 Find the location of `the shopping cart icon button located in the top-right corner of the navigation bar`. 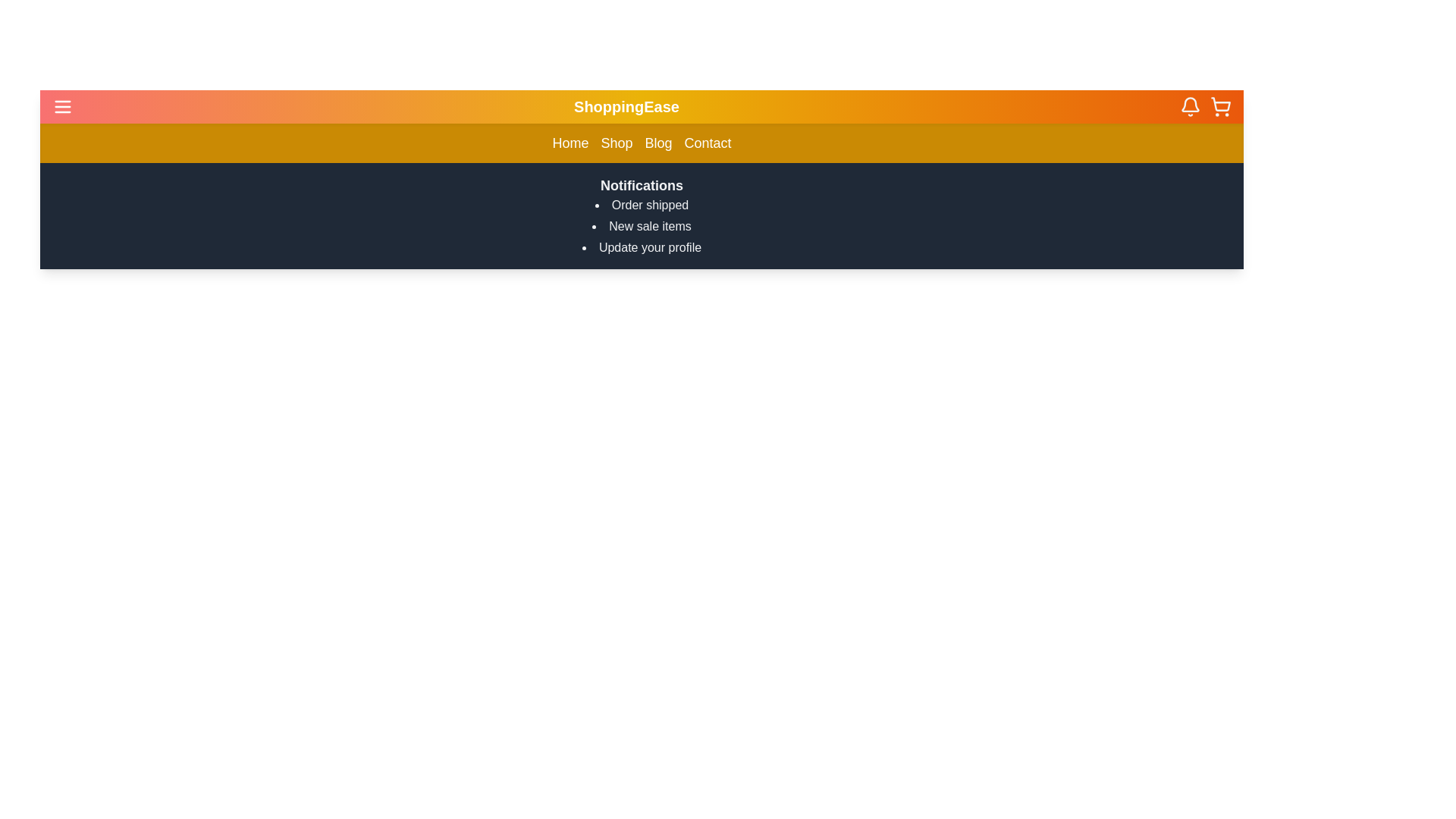

the shopping cart icon button located in the top-right corner of the navigation bar is located at coordinates (1204, 106).